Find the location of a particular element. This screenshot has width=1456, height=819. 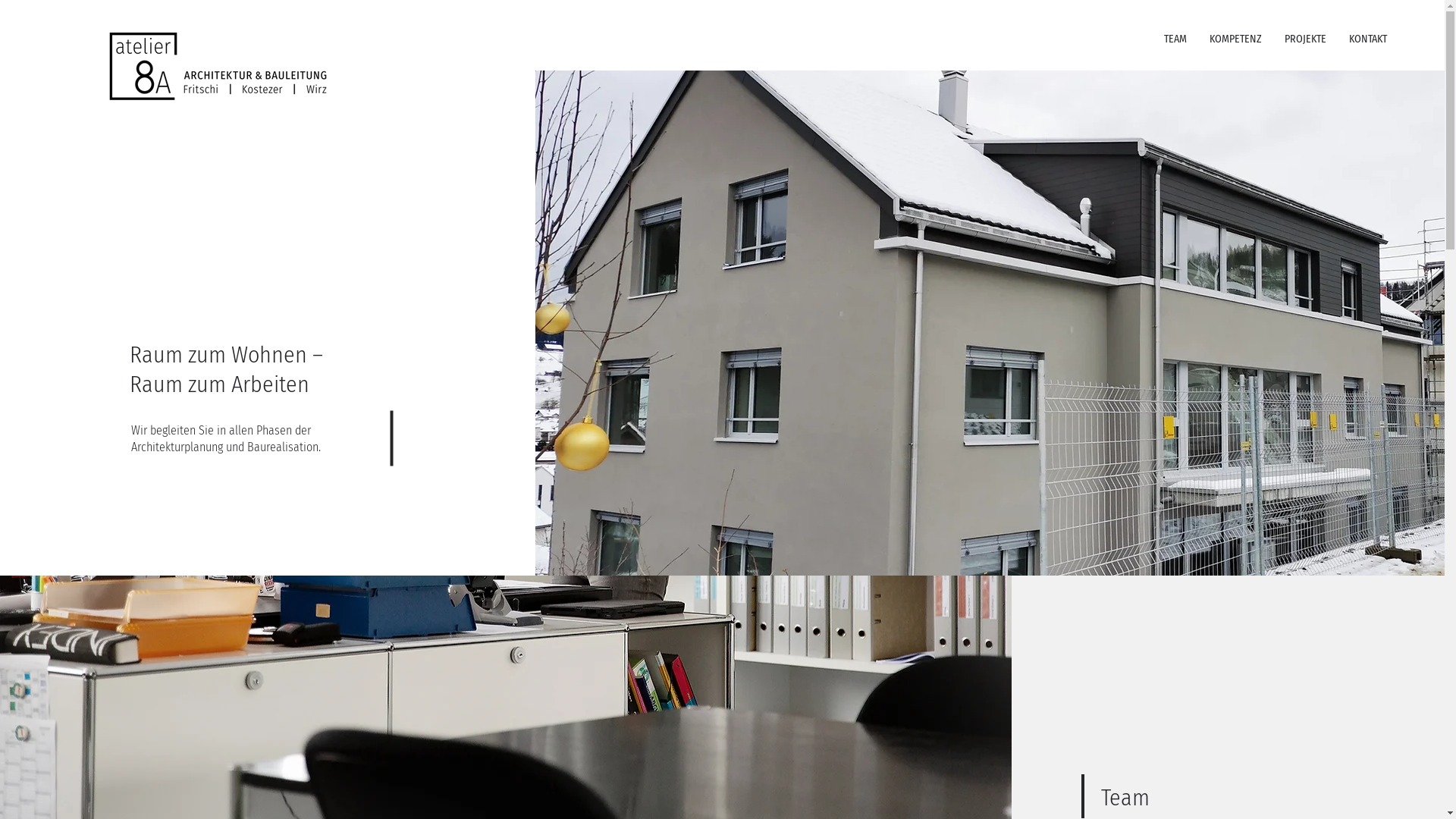

'KONTAKT' is located at coordinates (1368, 38).